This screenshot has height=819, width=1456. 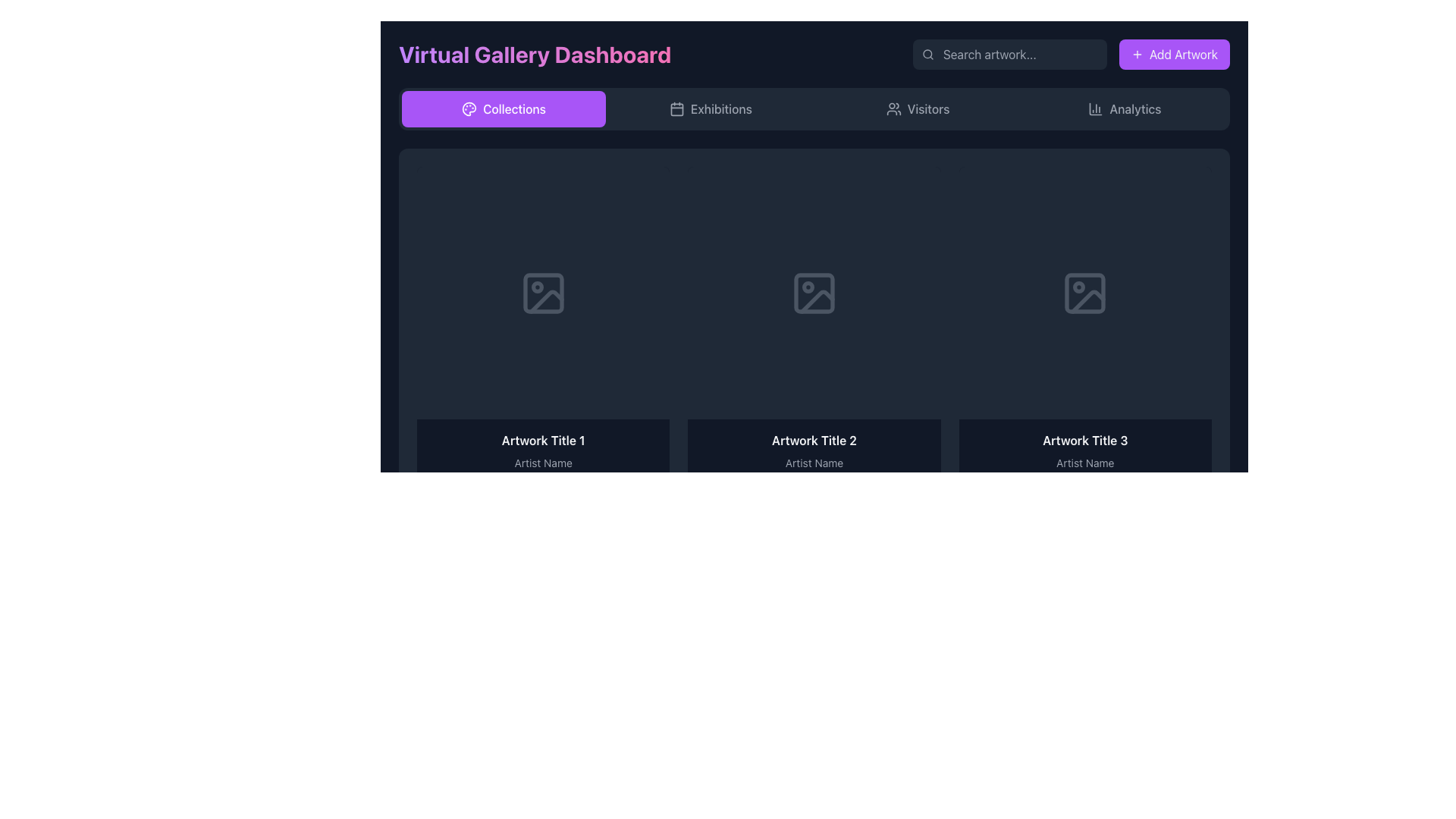 What do you see at coordinates (814, 463) in the screenshot?
I see `the static text label identifying the artist associated with 'Artwork Title 2', which is positioned in the second artwork card panel below the title and above numerical labels` at bounding box center [814, 463].